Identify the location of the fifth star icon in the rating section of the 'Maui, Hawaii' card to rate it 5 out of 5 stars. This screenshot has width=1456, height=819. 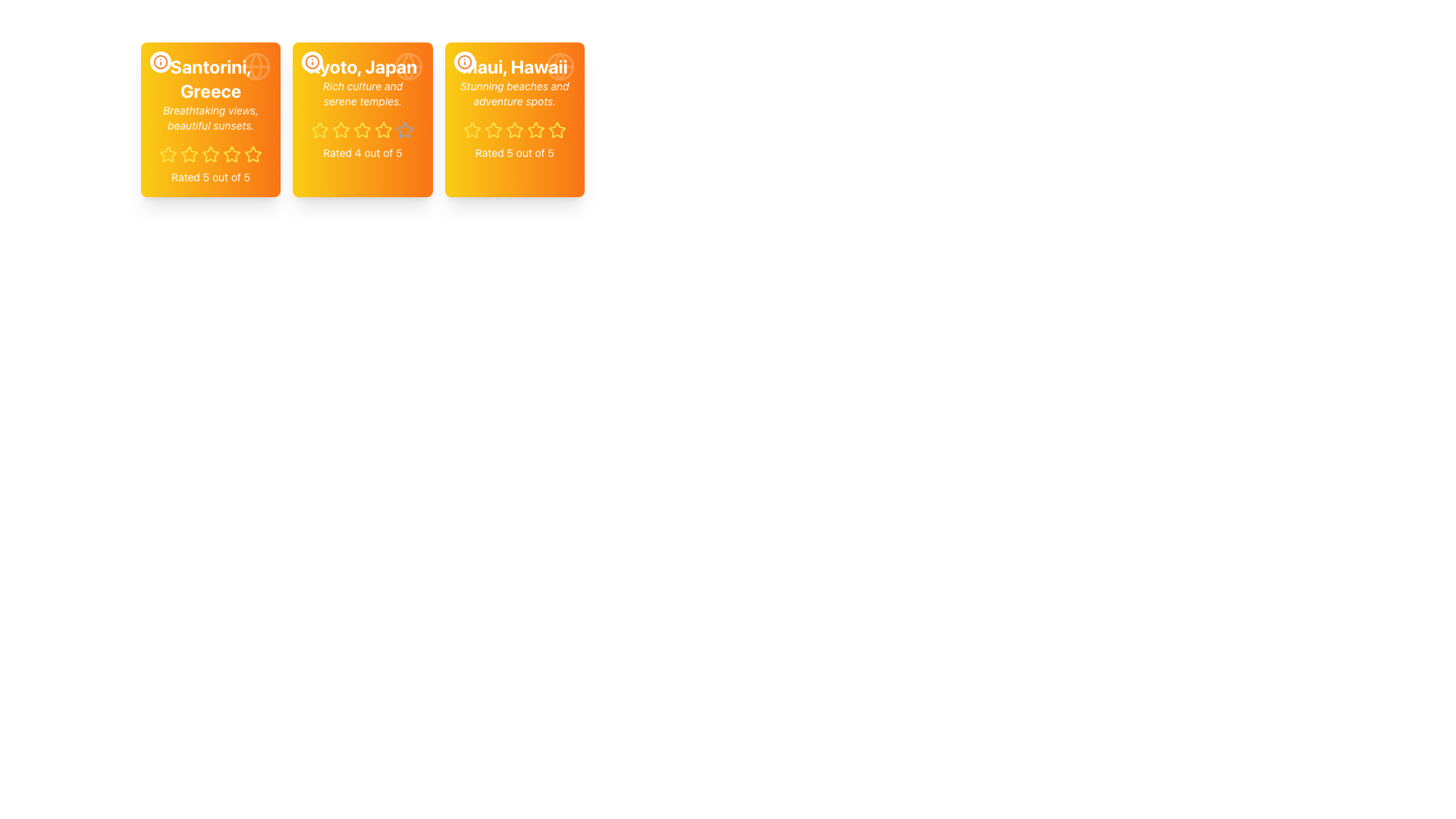
(556, 130).